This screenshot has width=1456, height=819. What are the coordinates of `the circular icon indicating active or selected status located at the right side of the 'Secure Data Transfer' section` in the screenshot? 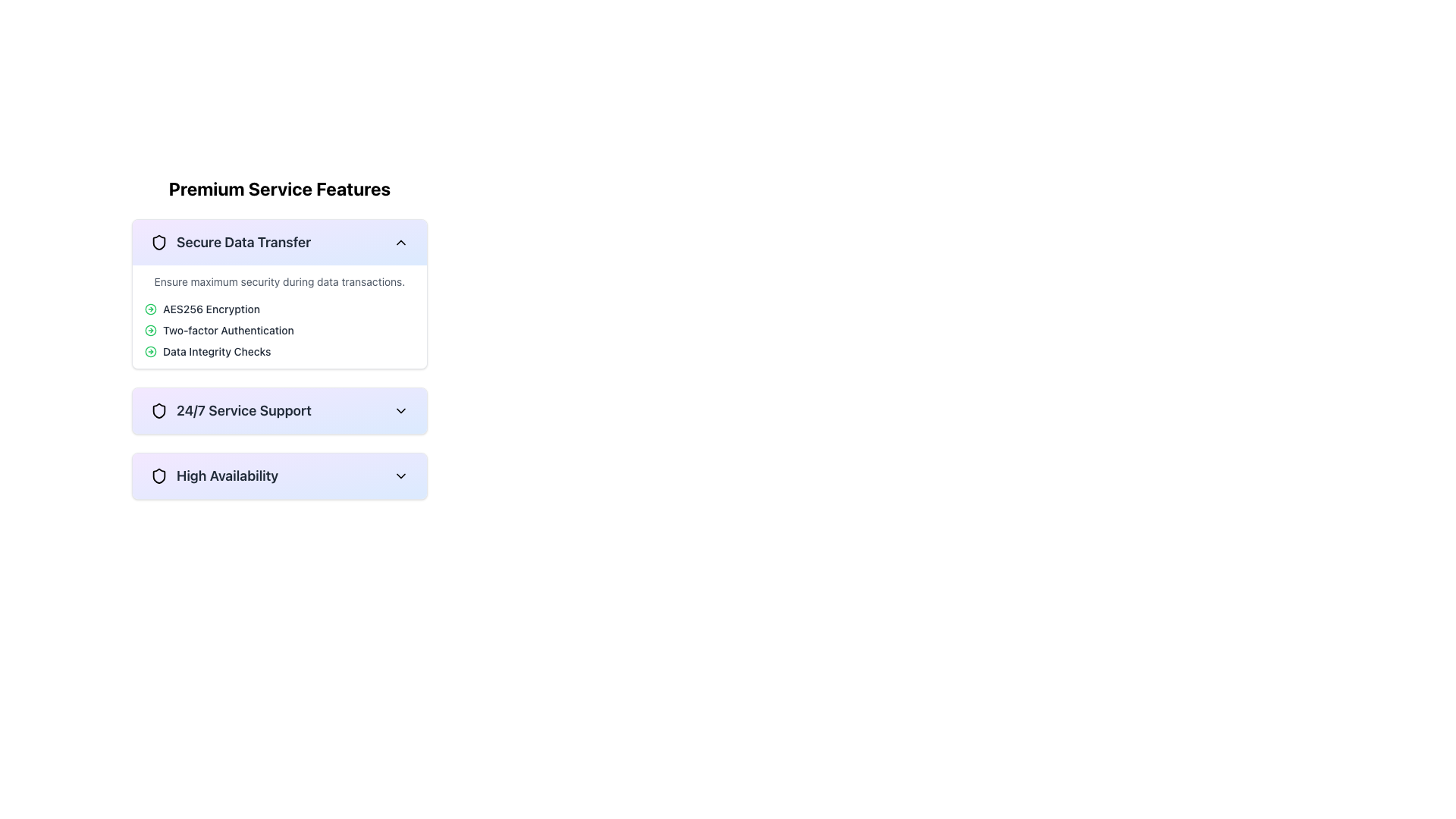 It's located at (150, 351).